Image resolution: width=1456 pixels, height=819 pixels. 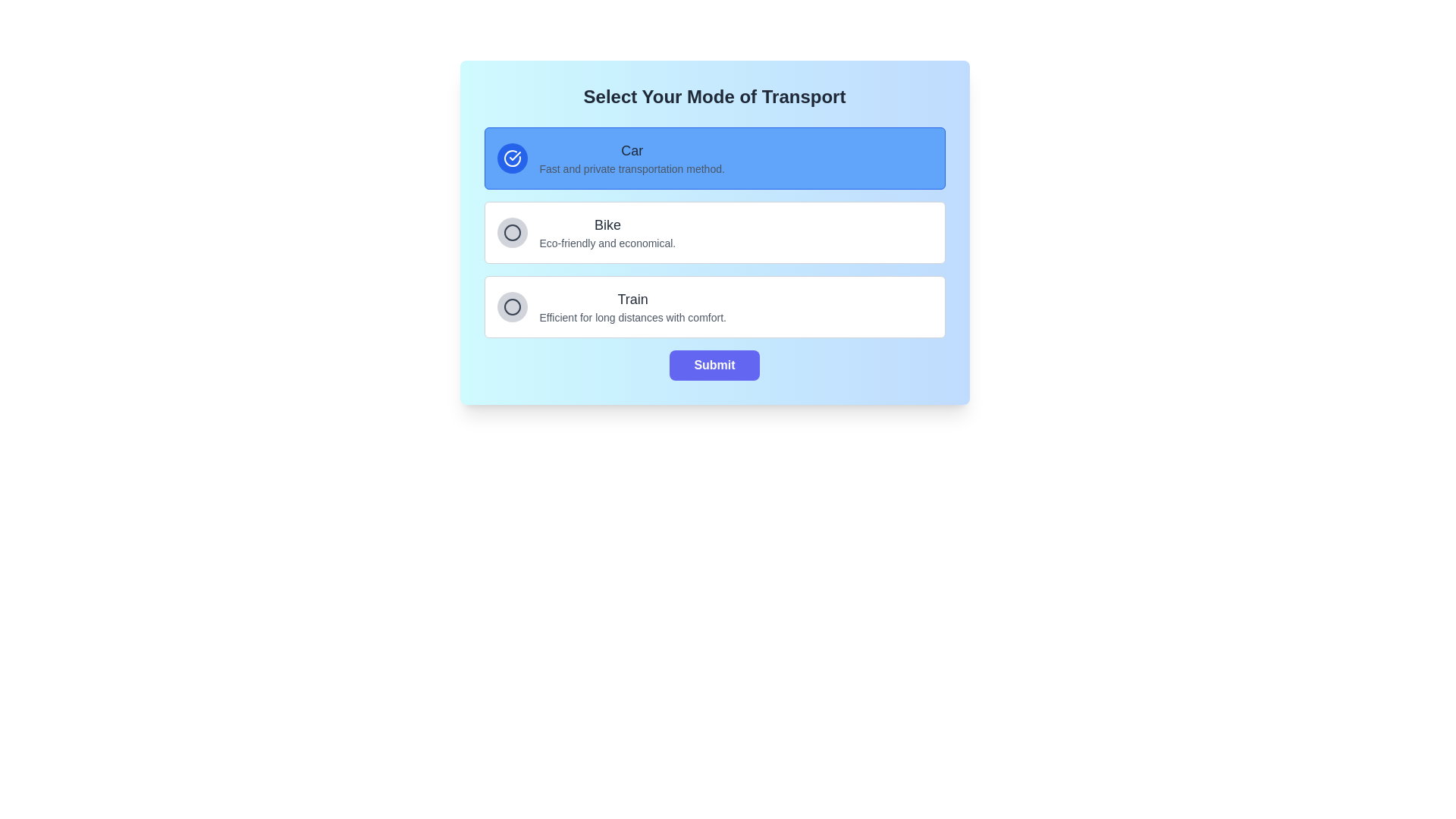 I want to click on the Label displaying 'Bike', which is a bold, dark gray text element indicating a transport mode, positioned above a descriptive text and centered horizontally within the second row of options, so click(x=607, y=225).